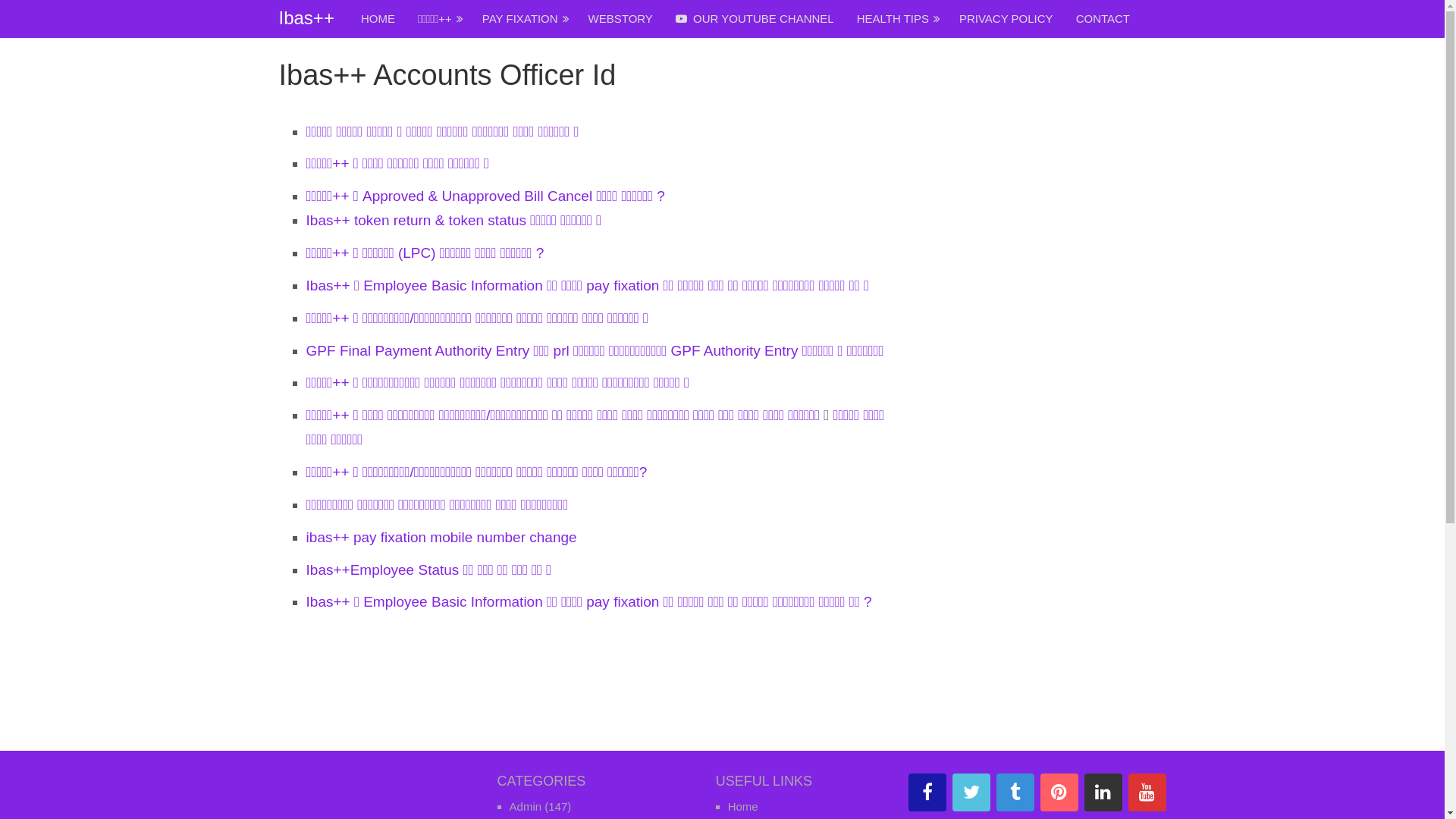 The width and height of the screenshot is (1456, 819). I want to click on 'CONTACT', so click(1103, 18).